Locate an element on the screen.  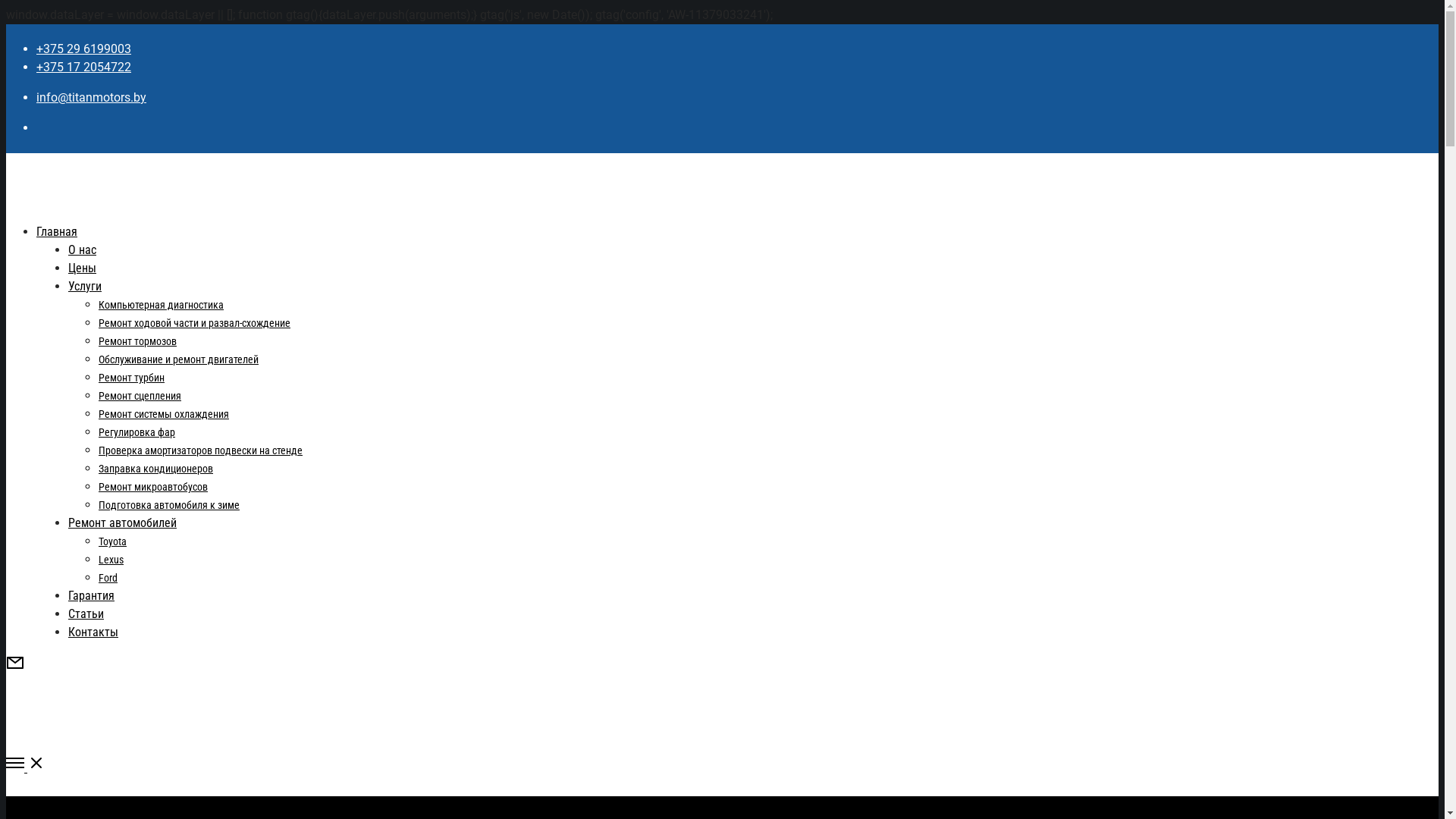
'Toyota' is located at coordinates (111, 540).